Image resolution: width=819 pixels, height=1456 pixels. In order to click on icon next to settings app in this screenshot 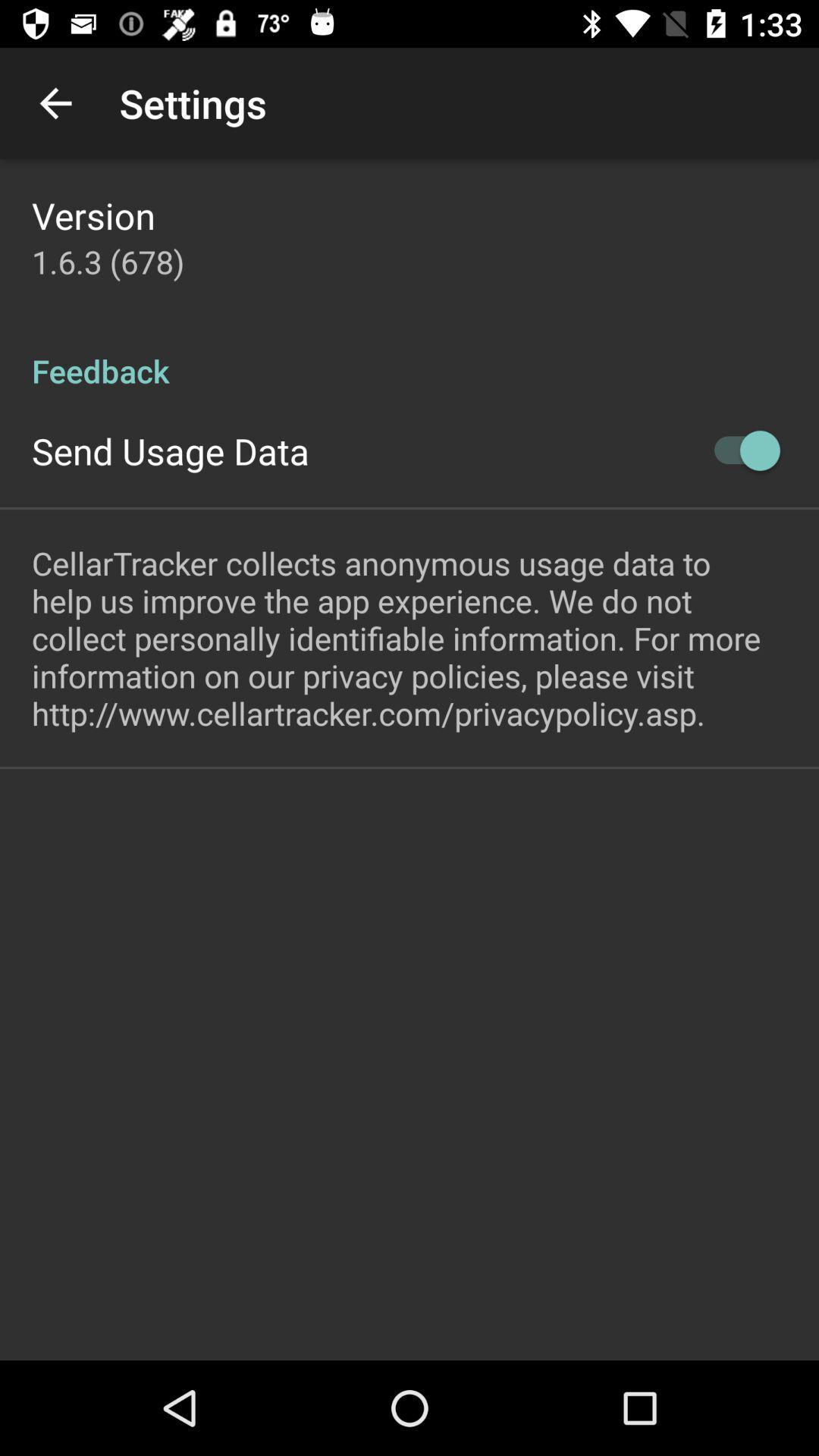, I will do `click(55, 102)`.